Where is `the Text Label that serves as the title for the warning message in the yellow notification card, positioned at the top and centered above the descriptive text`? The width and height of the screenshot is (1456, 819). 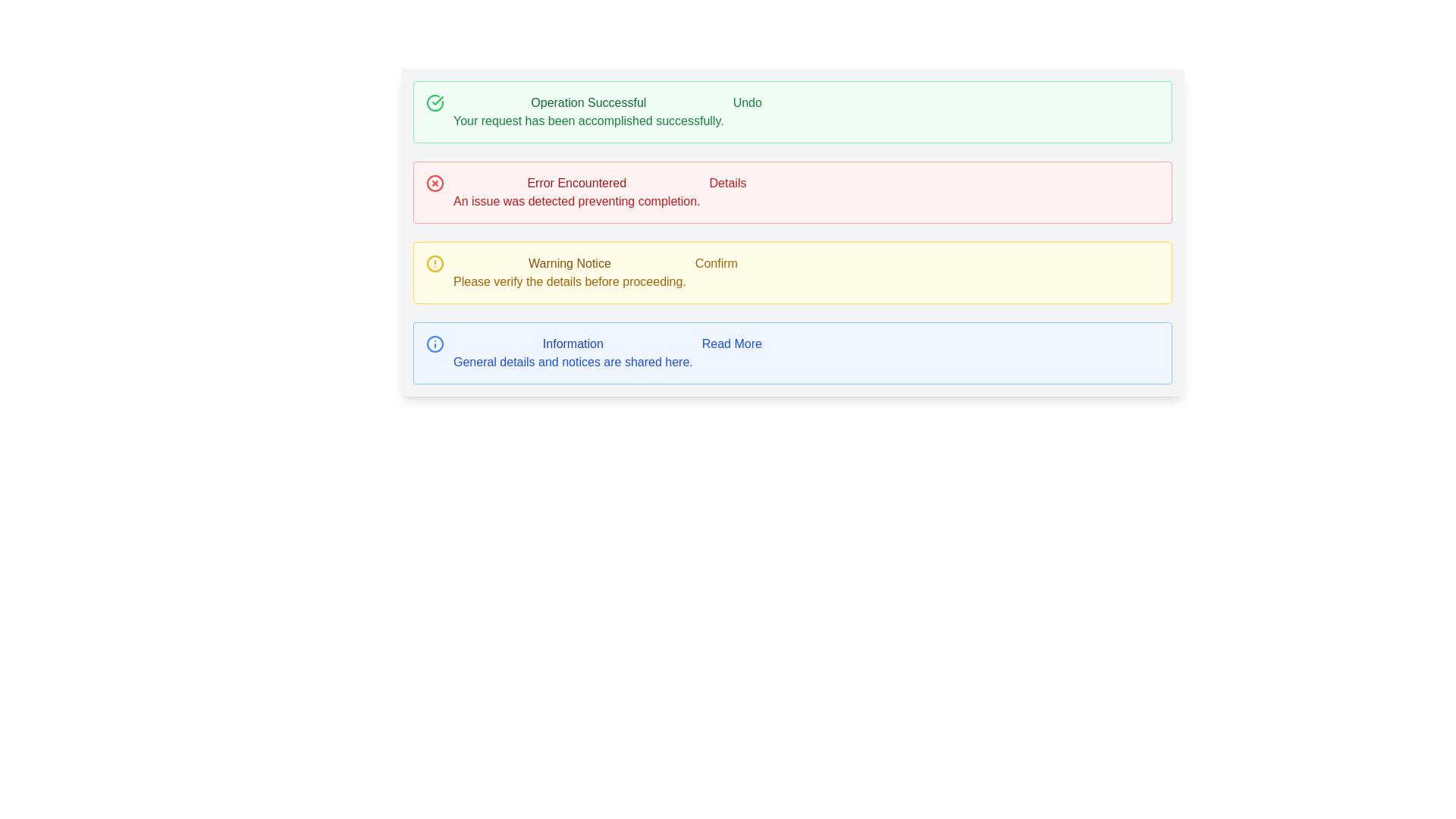 the Text Label that serves as the title for the warning message in the yellow notification card, positioned at the top and centered above the descriptive text is located at coordinates (569, 262).